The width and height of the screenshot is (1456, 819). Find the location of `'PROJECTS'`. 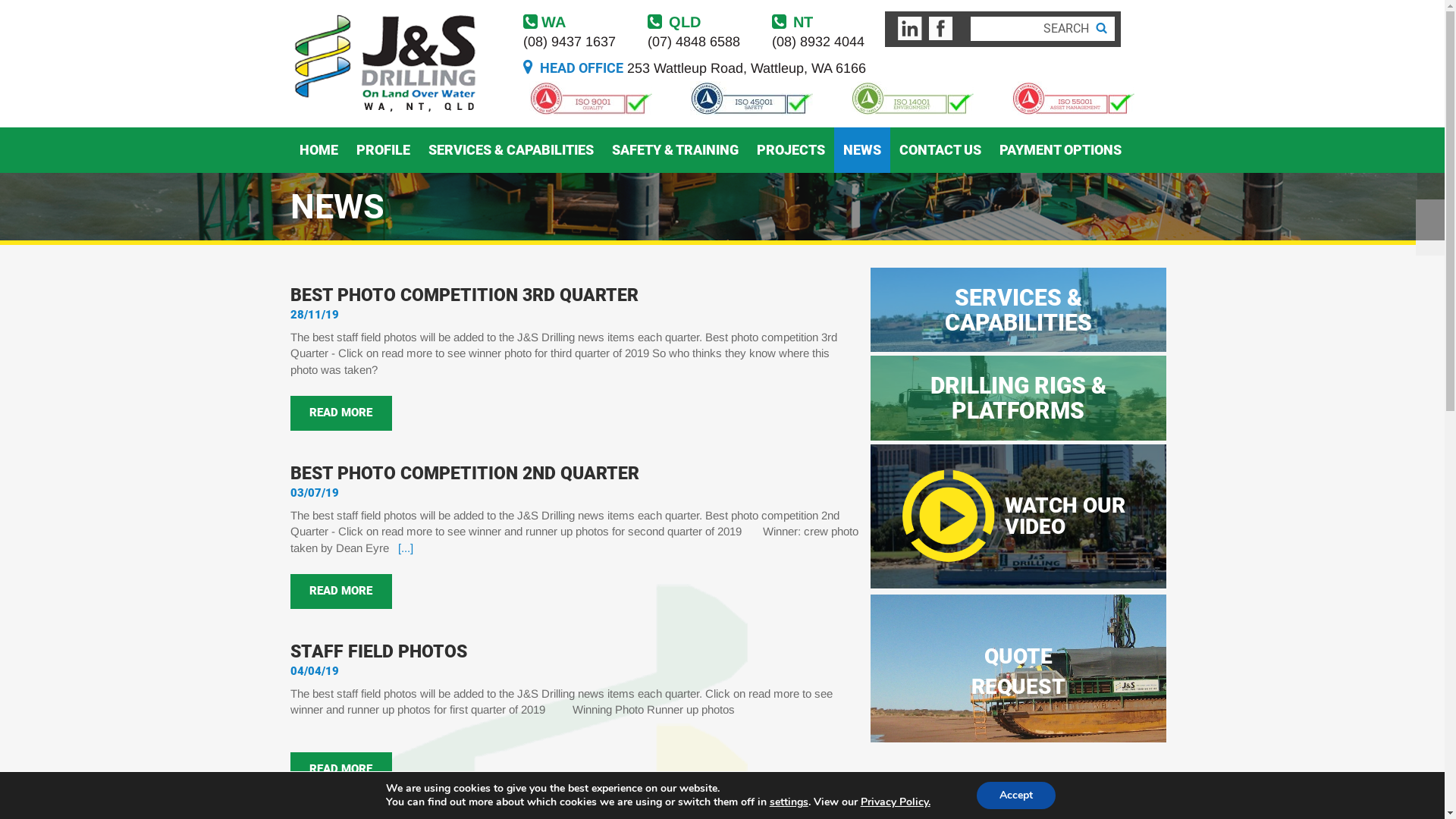

'PROJECTS' is located at coordinates (789, 149).